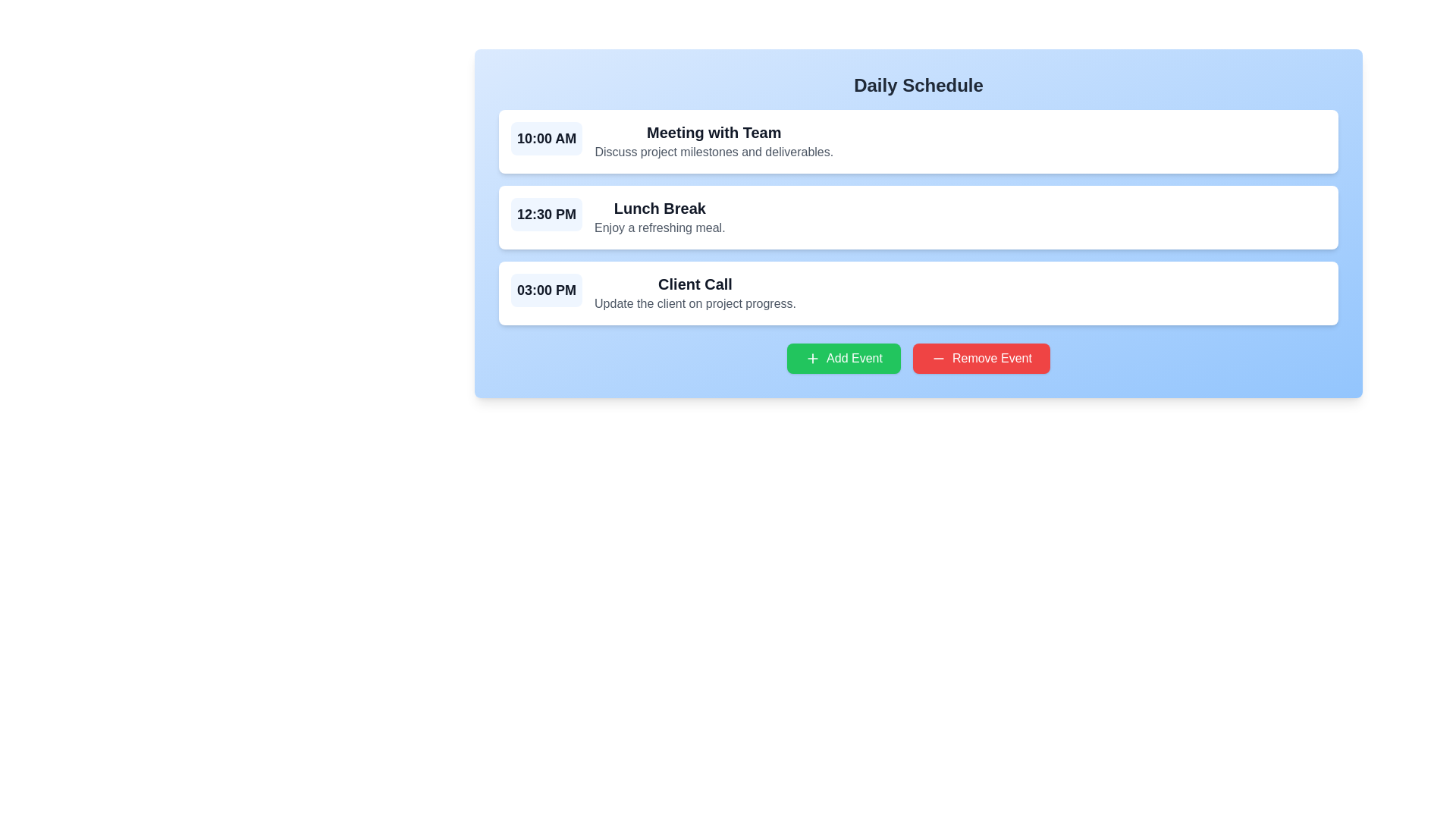 The height and width of the screenshot is (819, 1456). Describe the element at coordinates (660, 217) in the screenshot. I see `the Text component titled 'Lunch Break' which has a subtitle 'Enjoy a refreshing meal.' positioned in the second event block of the 'Daily Schedule' interface, right of the time indicator '12:30 PM'` at that location.